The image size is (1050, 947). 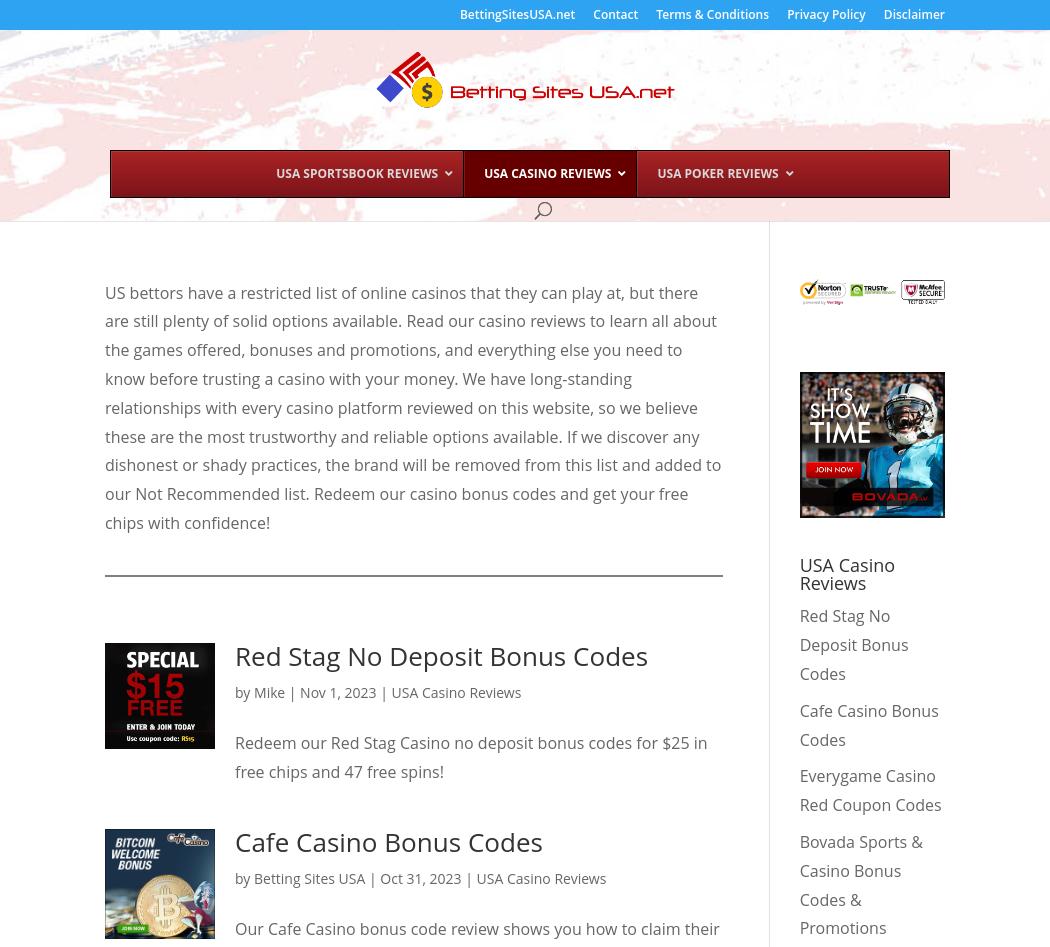 What do you see at coordinates (516, 14) in the screenshot?
I see `'BettingSitesUSA.net'` at bounding box center [516, 14].